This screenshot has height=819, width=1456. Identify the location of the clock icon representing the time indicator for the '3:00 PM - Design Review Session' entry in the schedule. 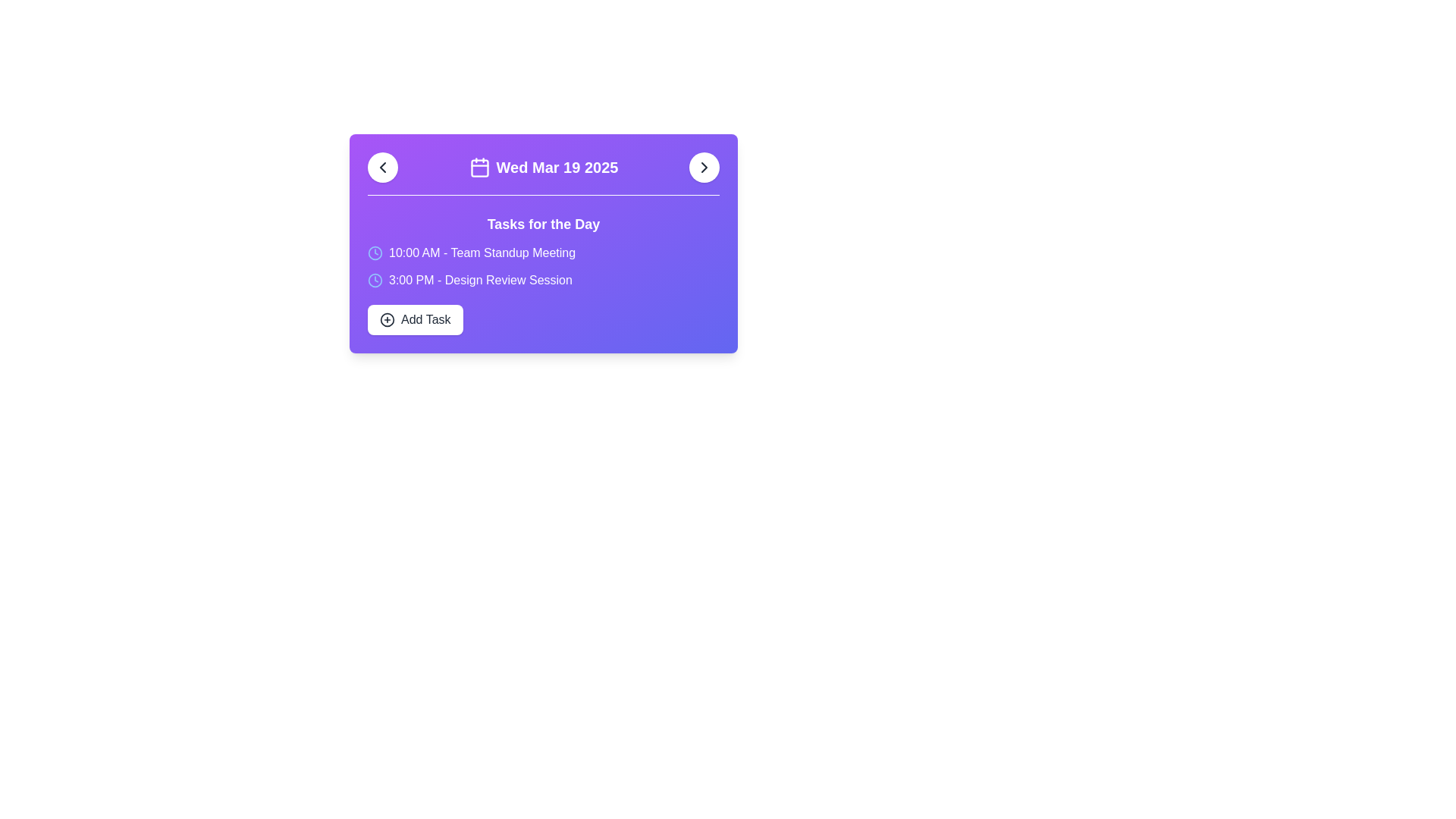
(375, 281).